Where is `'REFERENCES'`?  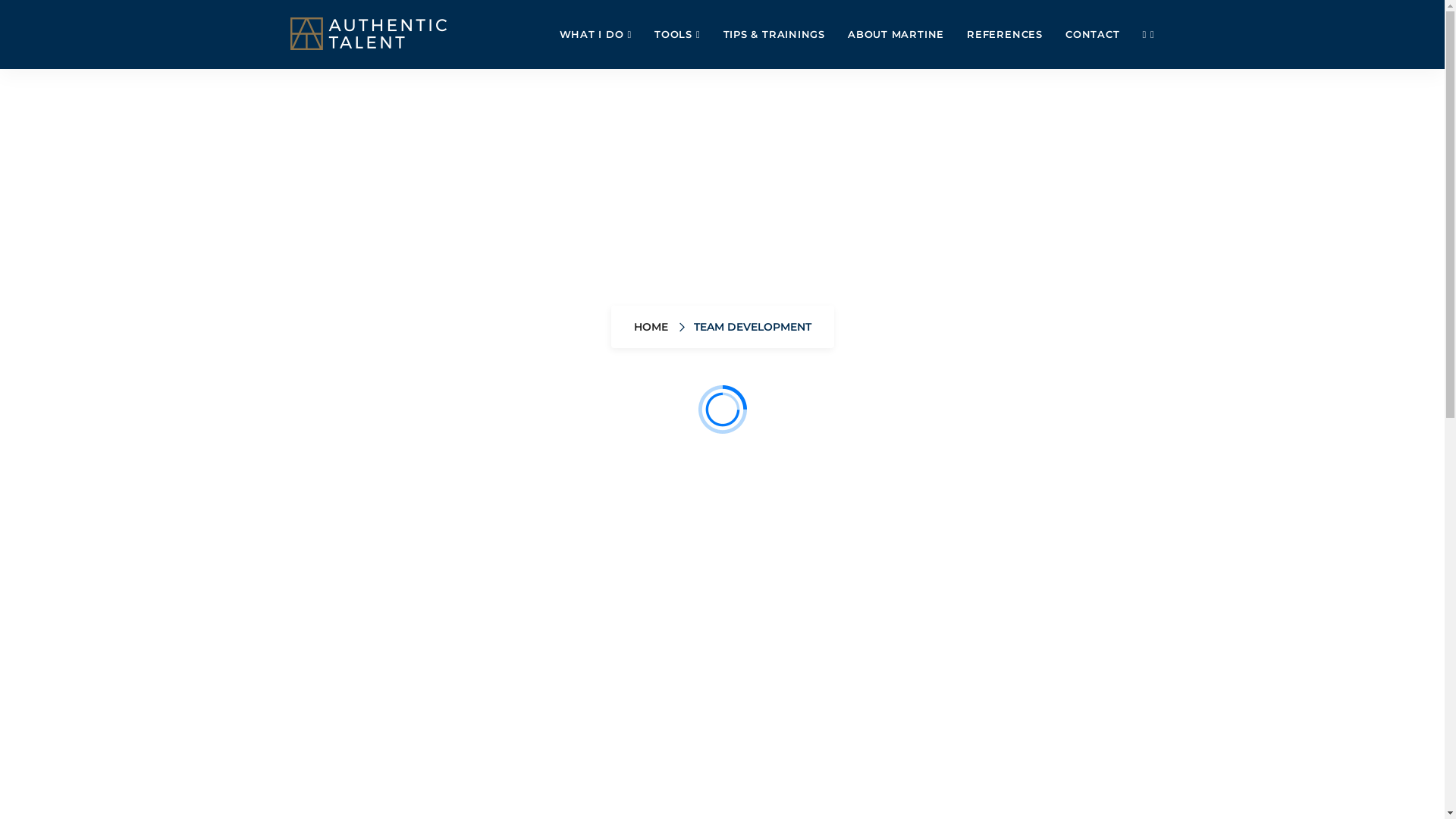
'REFERENCES' is located at coordinates (1004, 34).